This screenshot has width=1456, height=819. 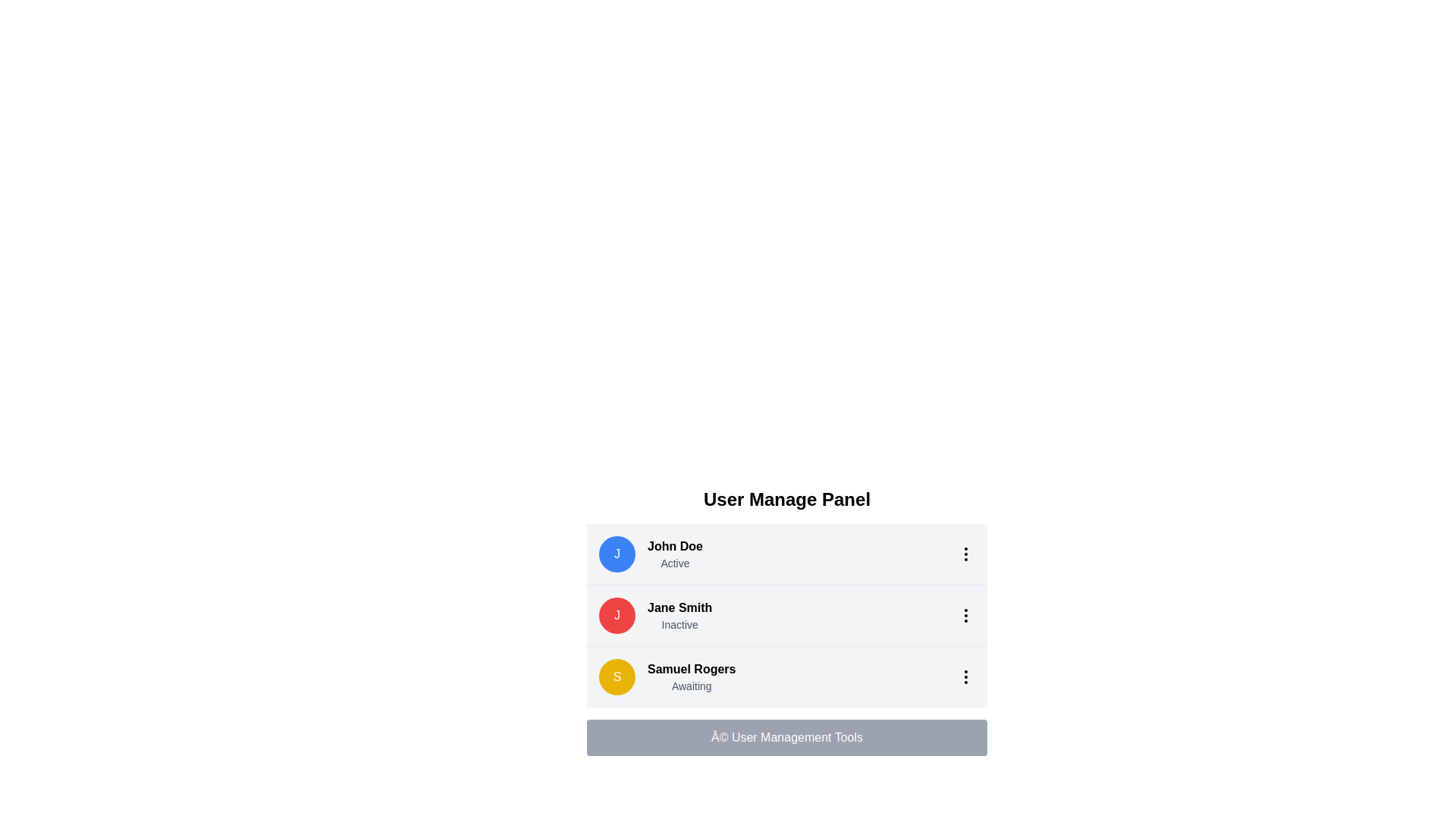 I want to click on the 'Details' icon associated with the list item entry for 'Jane Smith' in the 'User Manage Panel', which has a circular red icon with the letter 'J', so click(x=786, y=616).